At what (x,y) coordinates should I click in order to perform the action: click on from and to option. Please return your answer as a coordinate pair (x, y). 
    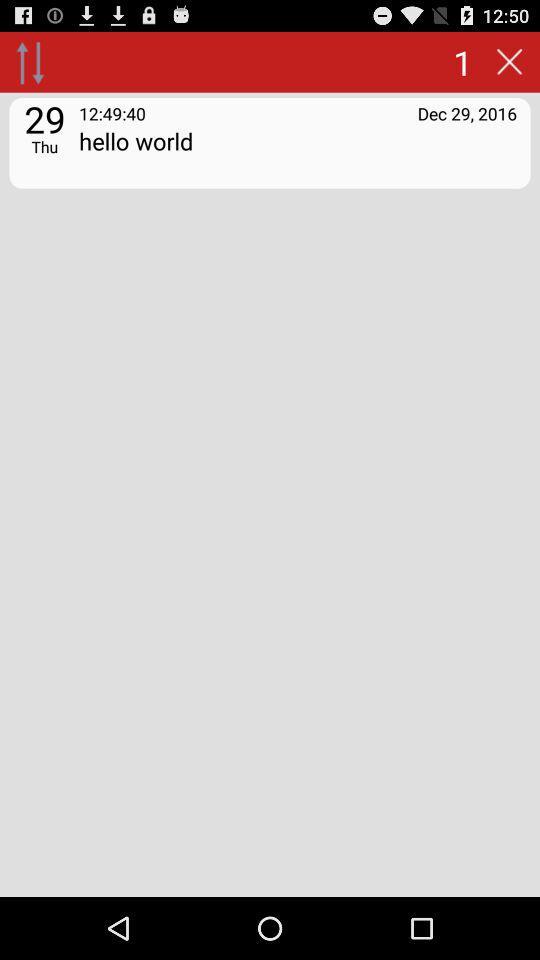
    Looking at the image, I should click on (29, 61).